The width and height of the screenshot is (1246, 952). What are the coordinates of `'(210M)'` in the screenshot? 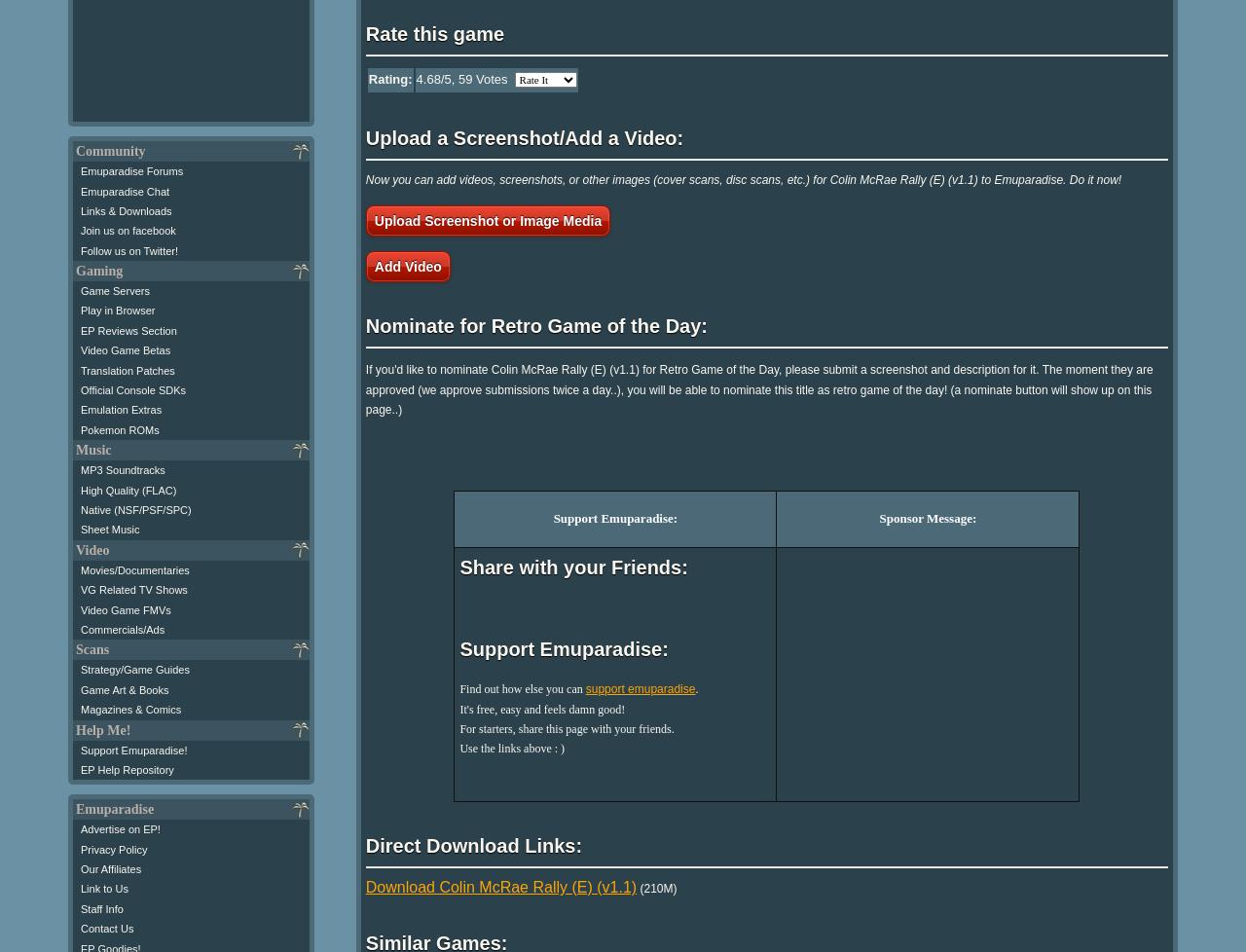 It's located at (656, 887).